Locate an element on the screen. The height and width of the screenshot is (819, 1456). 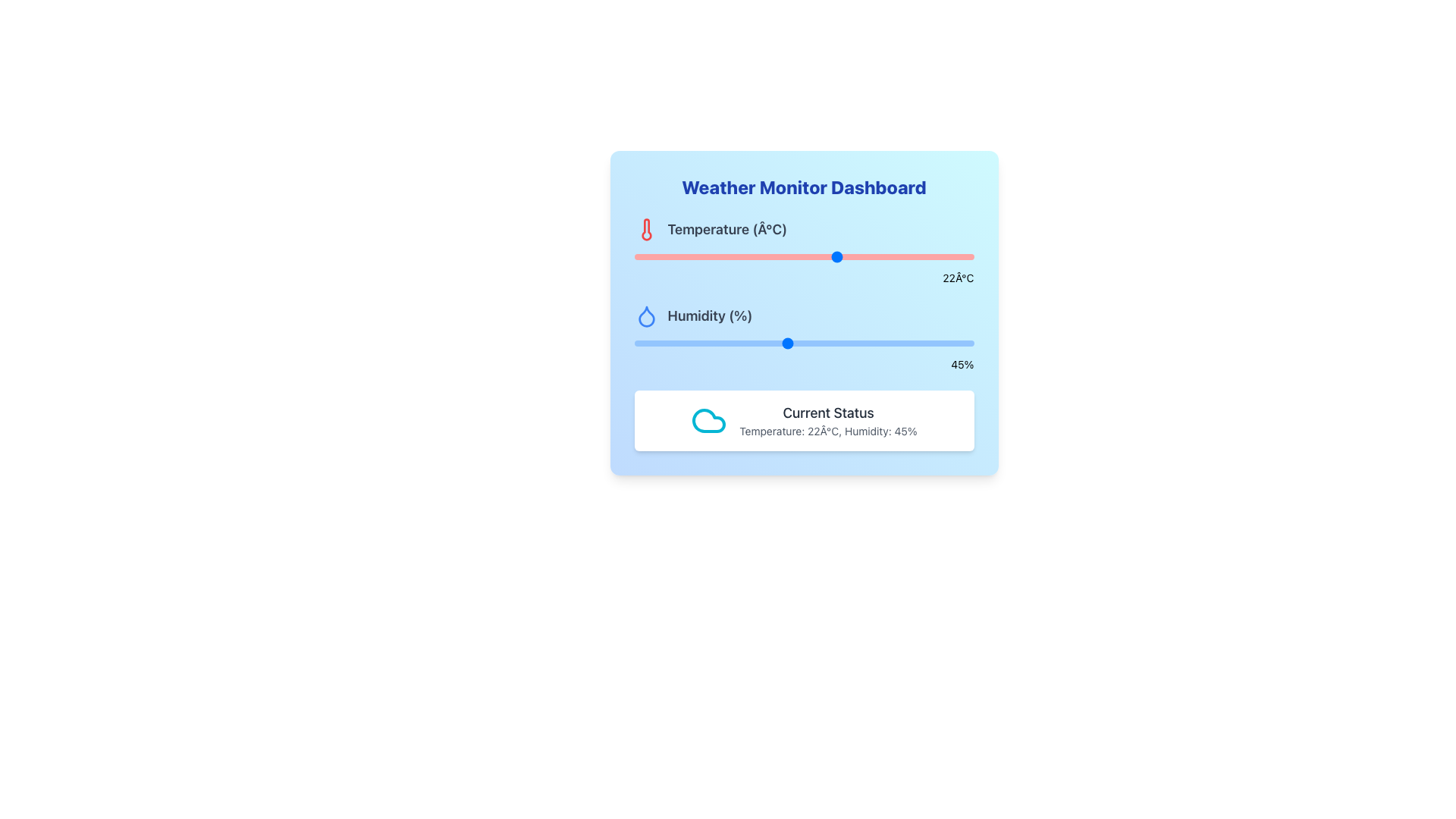
the temperature slider is located at coordinates (793, 256).